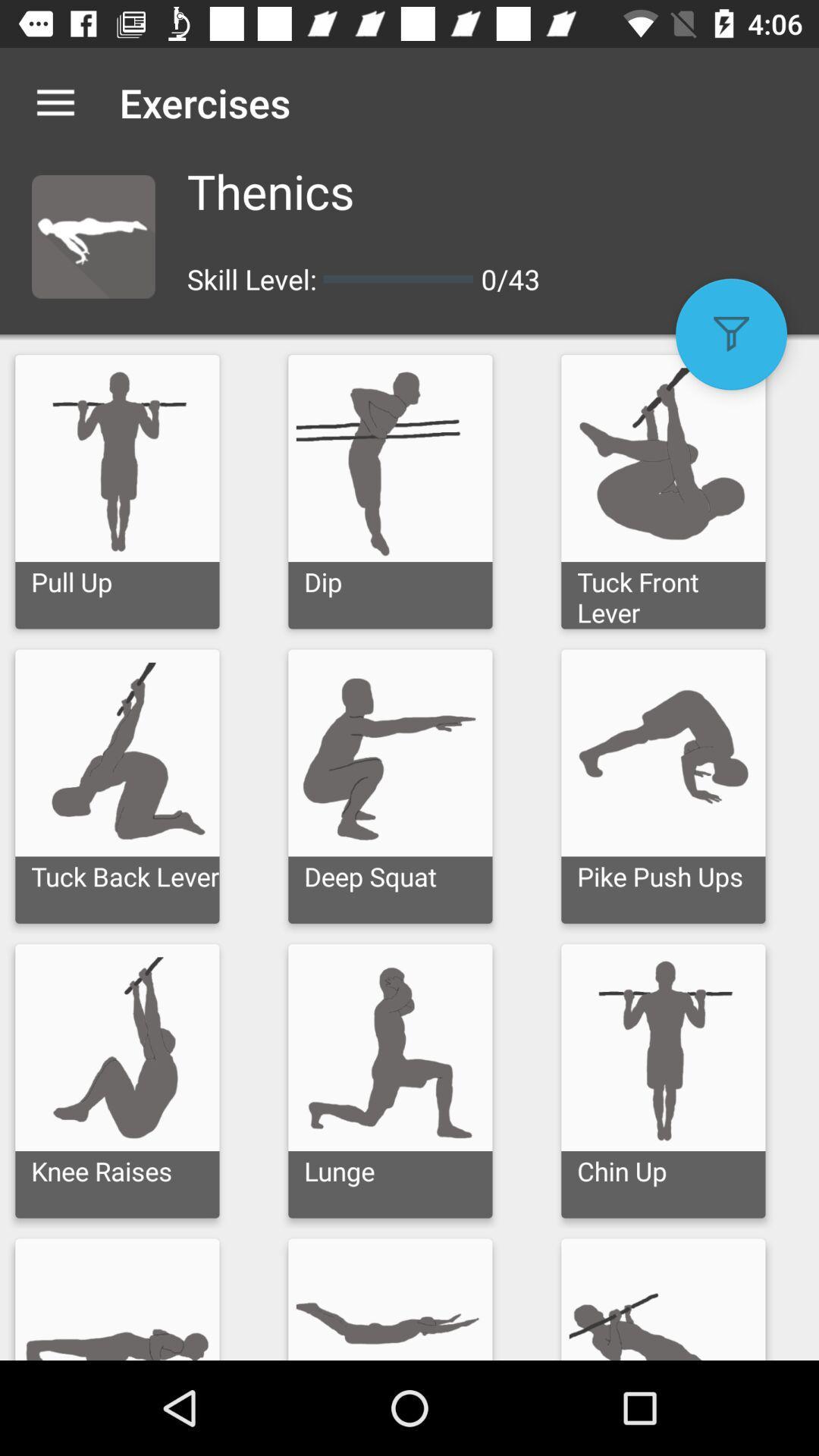  What do you see at coordinates (730, 334) in the screenshot?
I see `the filter icon` at bounding box center [730, 334].